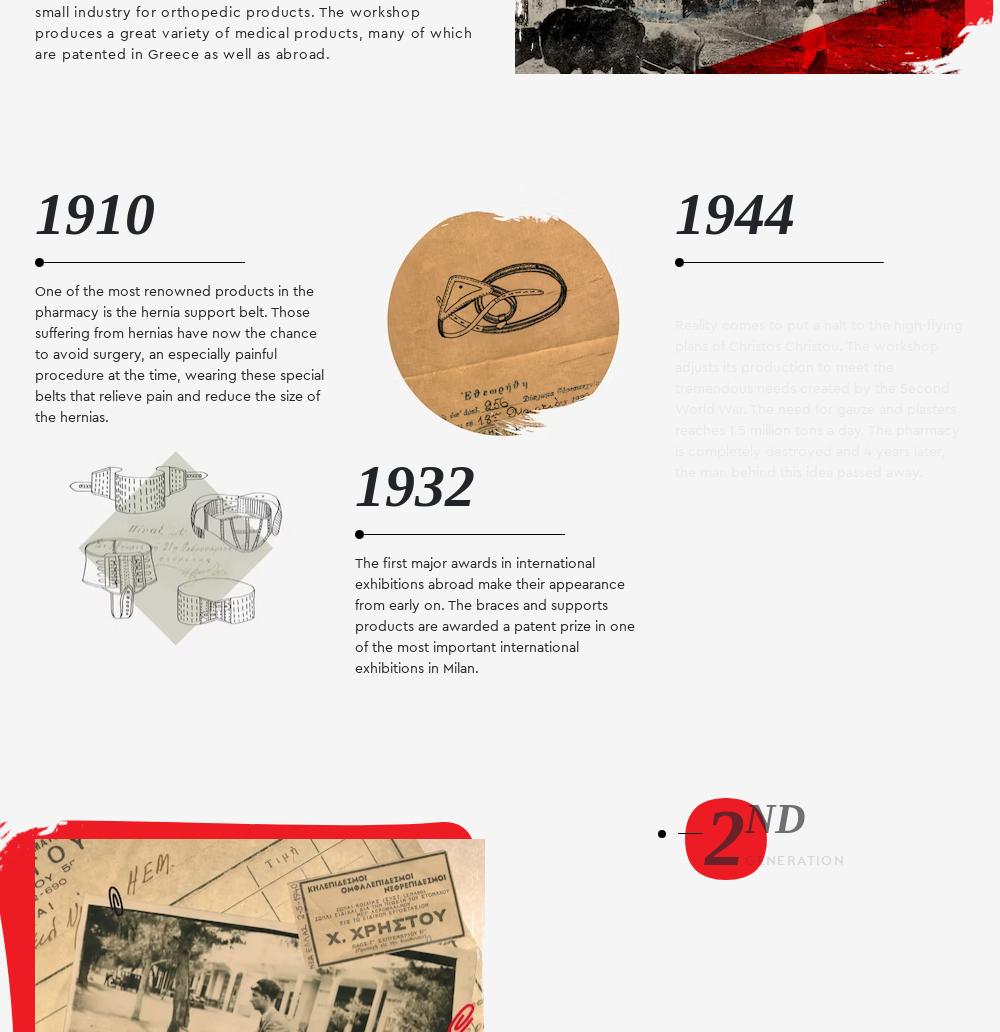  What do you see at coordinates (35, 212) in the screenshot?
I see `'1910'` at bounding box center [35, 212].